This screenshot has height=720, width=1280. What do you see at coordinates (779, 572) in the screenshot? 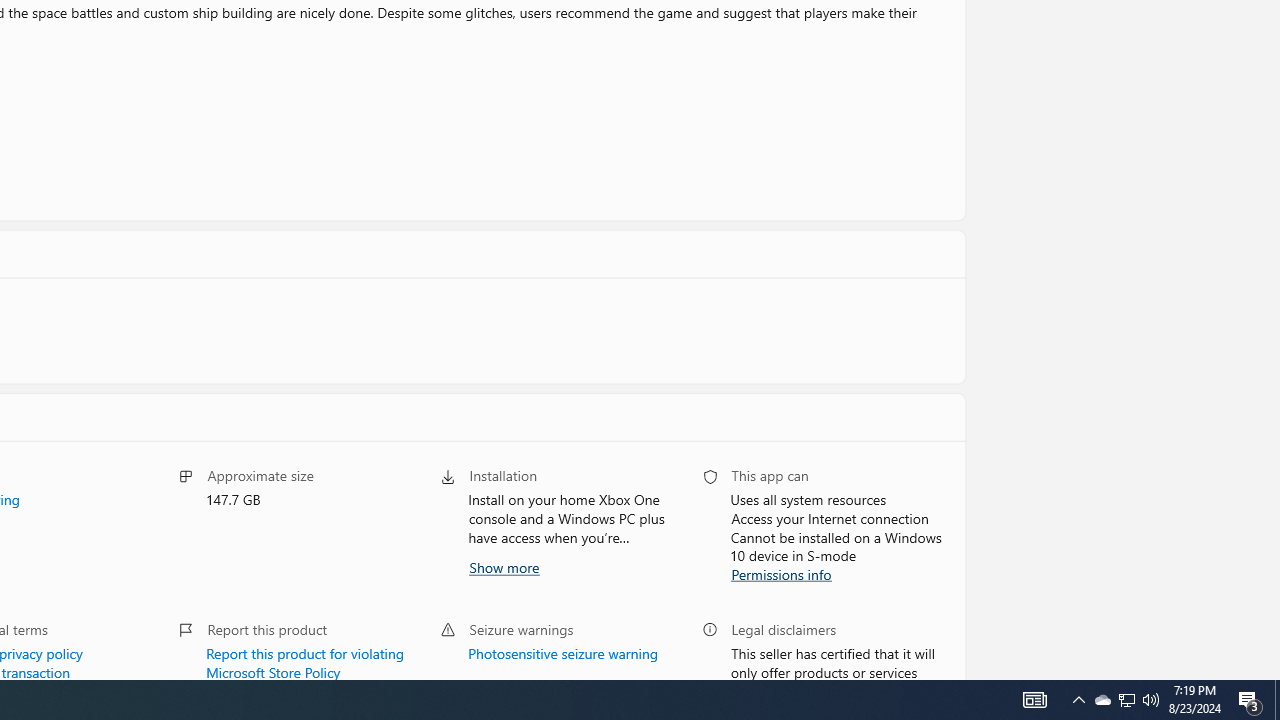
I see `'Permissions info'` at bounding box center [779, 572].